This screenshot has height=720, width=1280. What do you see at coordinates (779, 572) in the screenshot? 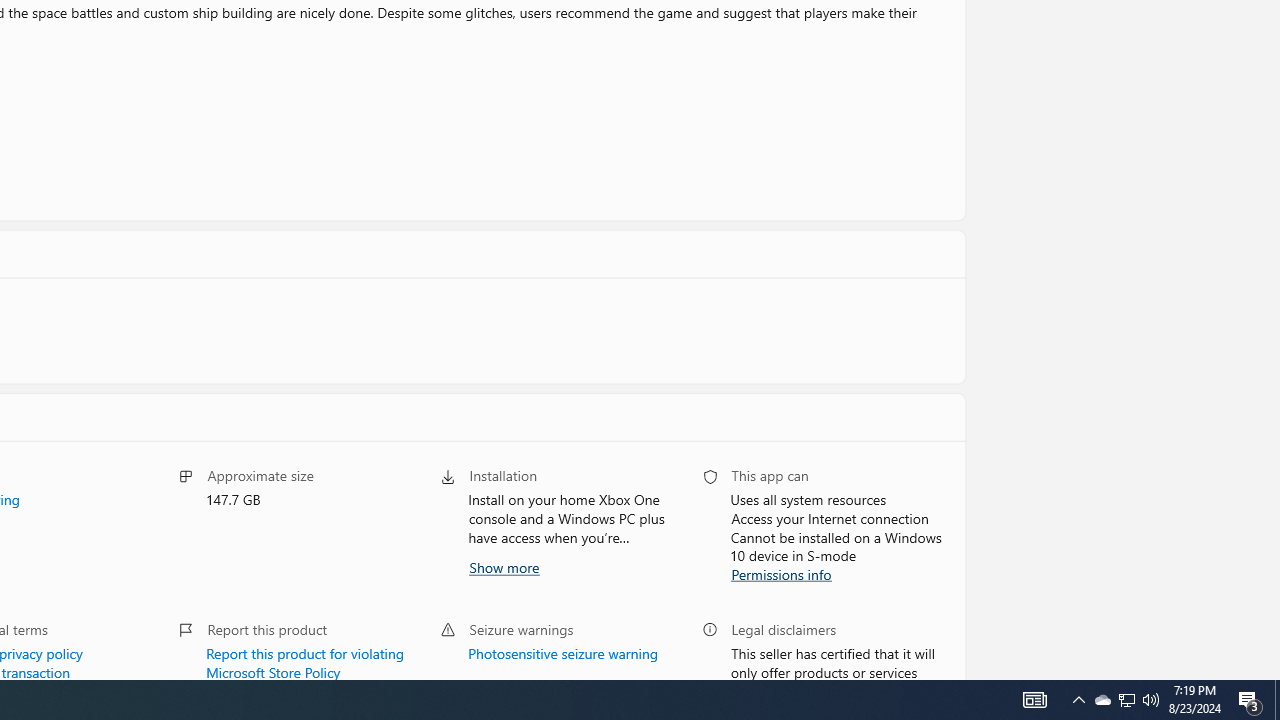
I see `'Permissions info'` at bounding box center [779, 572].